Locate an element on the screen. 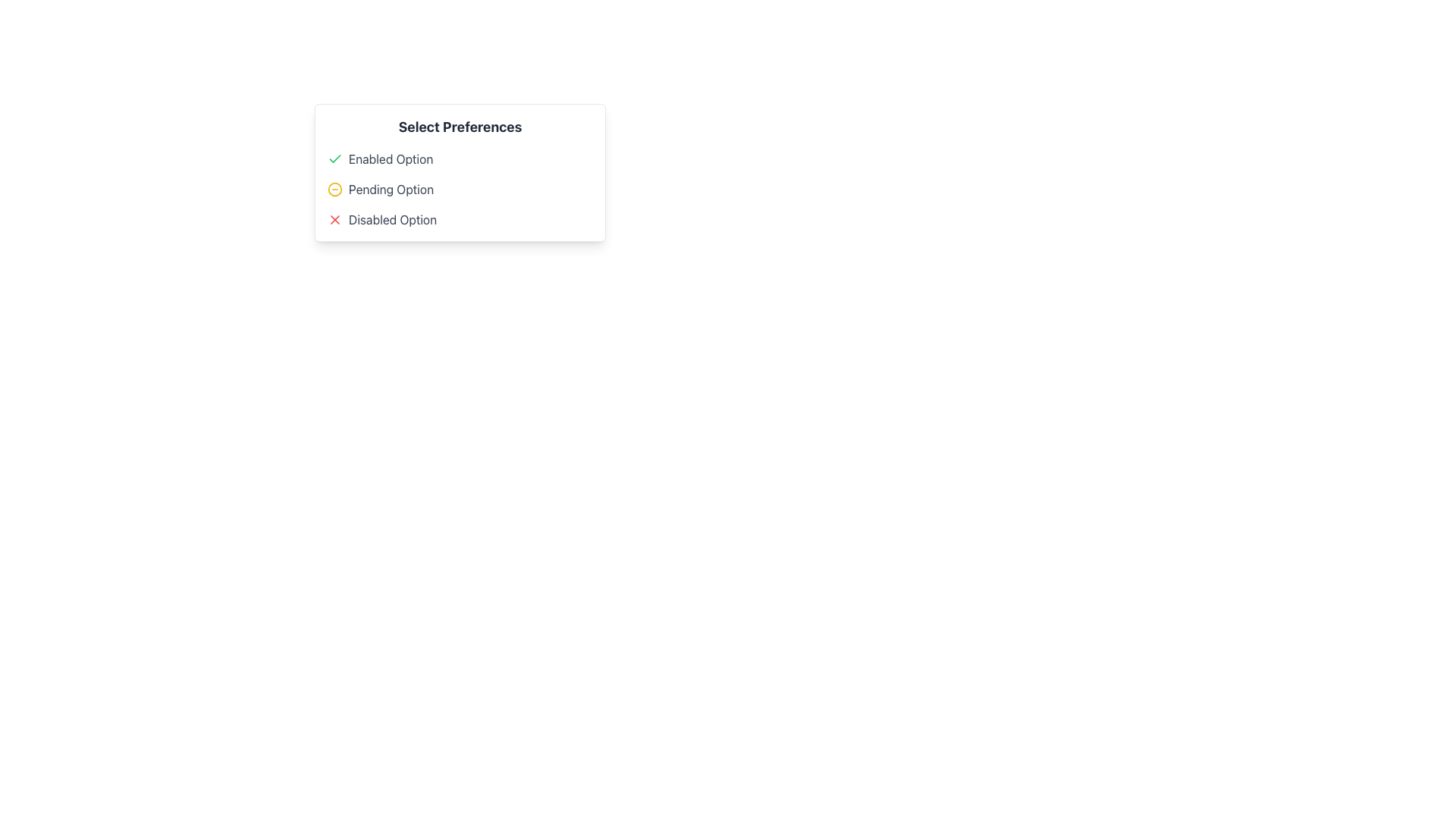 The width and height of the screenshot is (1456, 819). the yellow circular icon with a horizontal line in the center, located next to the text 'Pending Option' is located at coordinates (334, 189).